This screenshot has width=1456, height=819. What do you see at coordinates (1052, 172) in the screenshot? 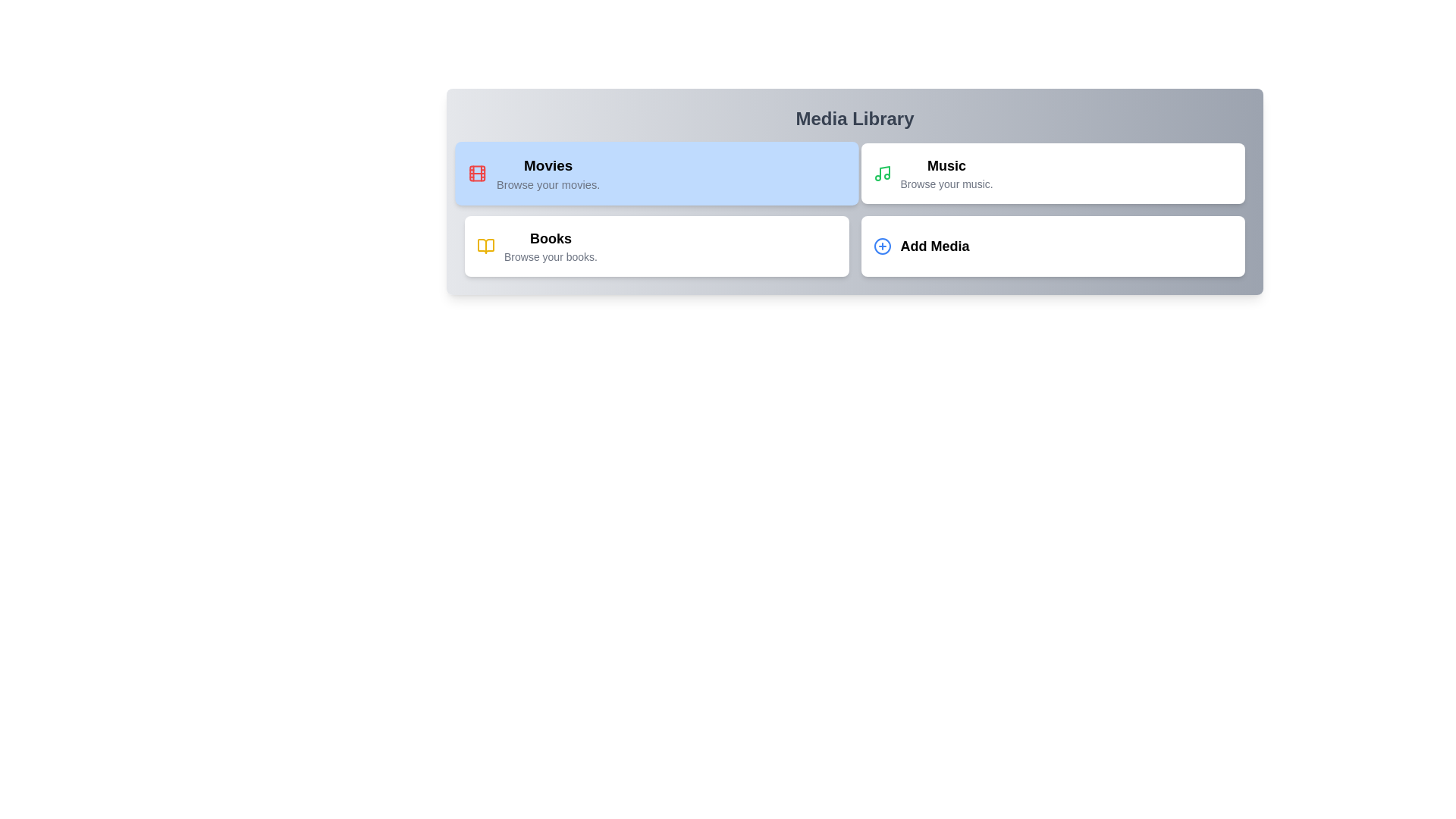
I see `the Music category to activate it` at bounding box center [1052, 172].